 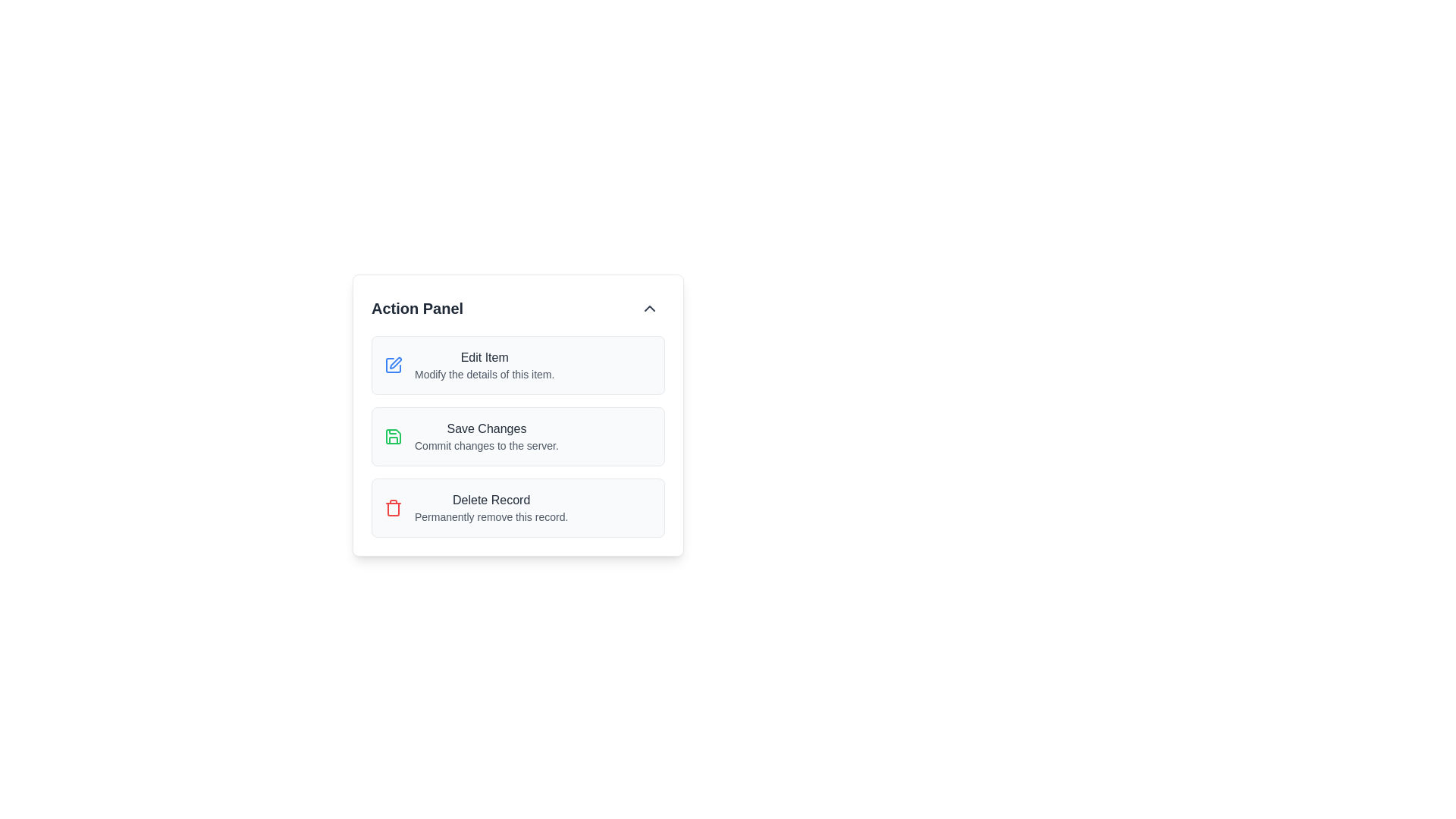 What do you see at coordinates (393, 366) in the screenshot?
I see `the decorative square outline icon with rounded corners located to the left of the 'Edit Item' label in the second row of the 'Action Panel' card` at bounding box center [393, 366].